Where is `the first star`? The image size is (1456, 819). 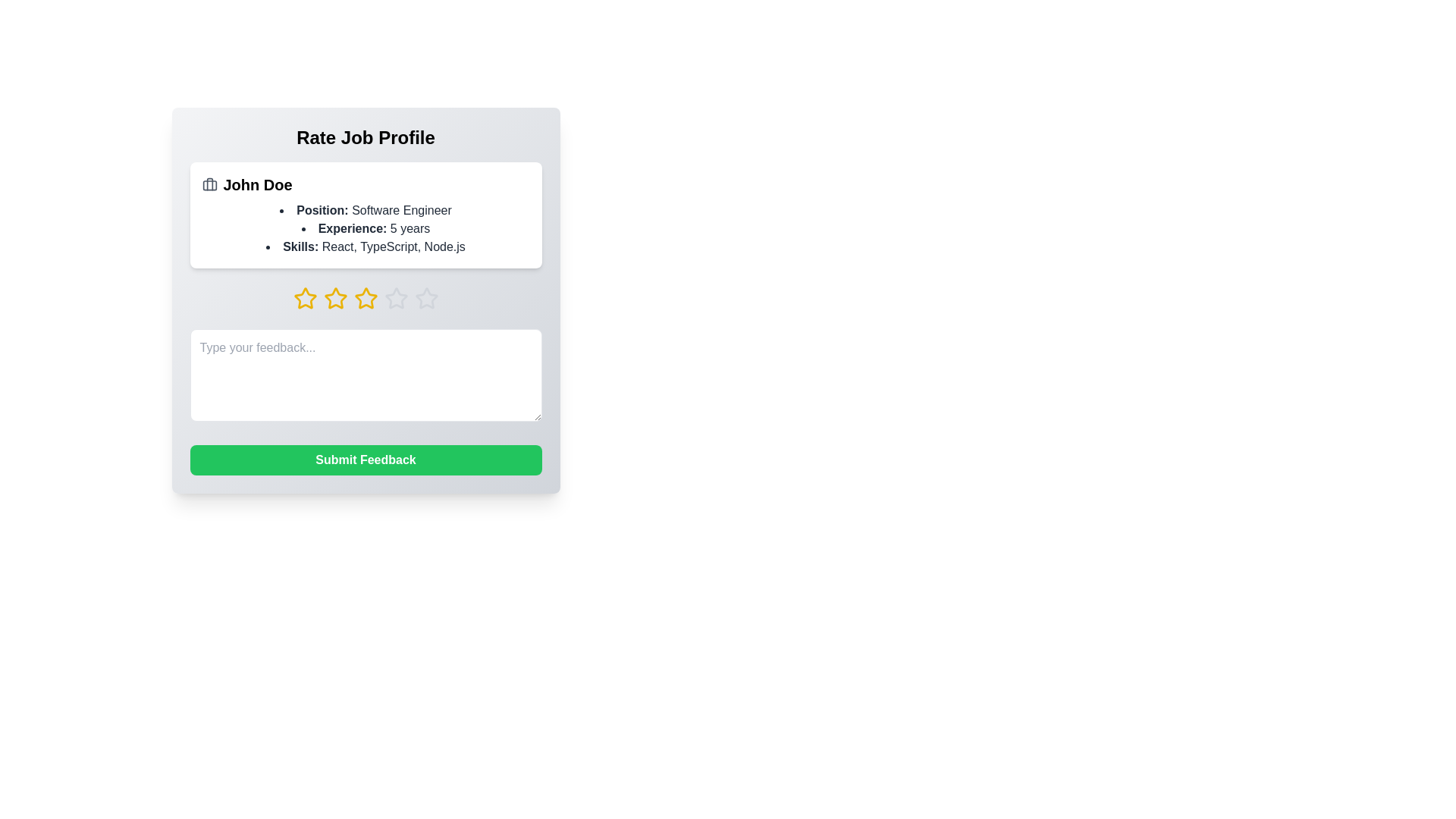 the first star is located at coordinates (304, 298).